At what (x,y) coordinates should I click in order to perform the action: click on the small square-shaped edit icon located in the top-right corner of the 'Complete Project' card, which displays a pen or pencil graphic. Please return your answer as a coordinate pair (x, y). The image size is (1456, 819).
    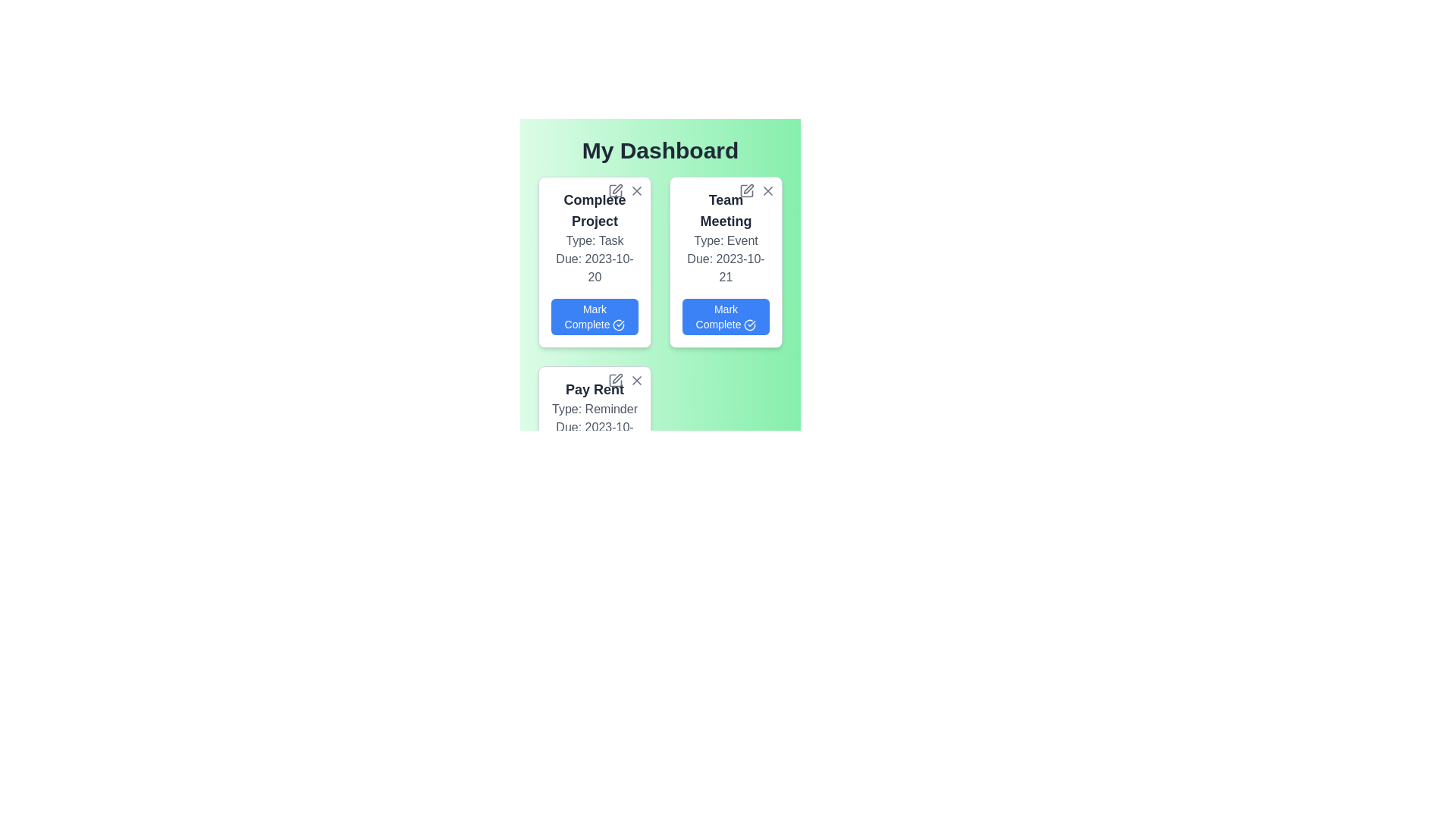
    Looking at the image, I should click on (615, 190).